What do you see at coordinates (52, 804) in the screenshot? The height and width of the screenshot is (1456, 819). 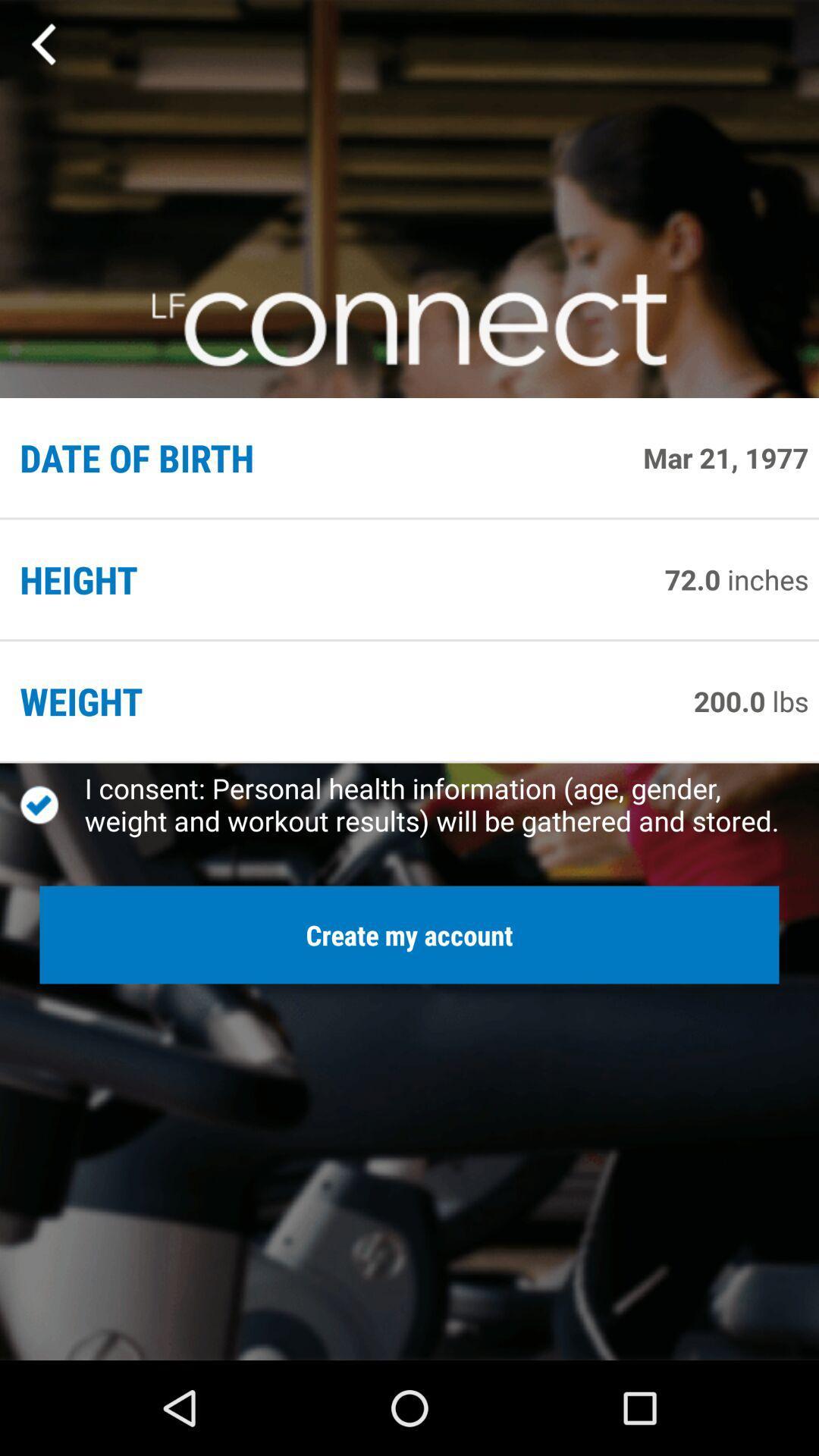 I see `the icon next to the i consent personal item` at bounding box center [52, 804].